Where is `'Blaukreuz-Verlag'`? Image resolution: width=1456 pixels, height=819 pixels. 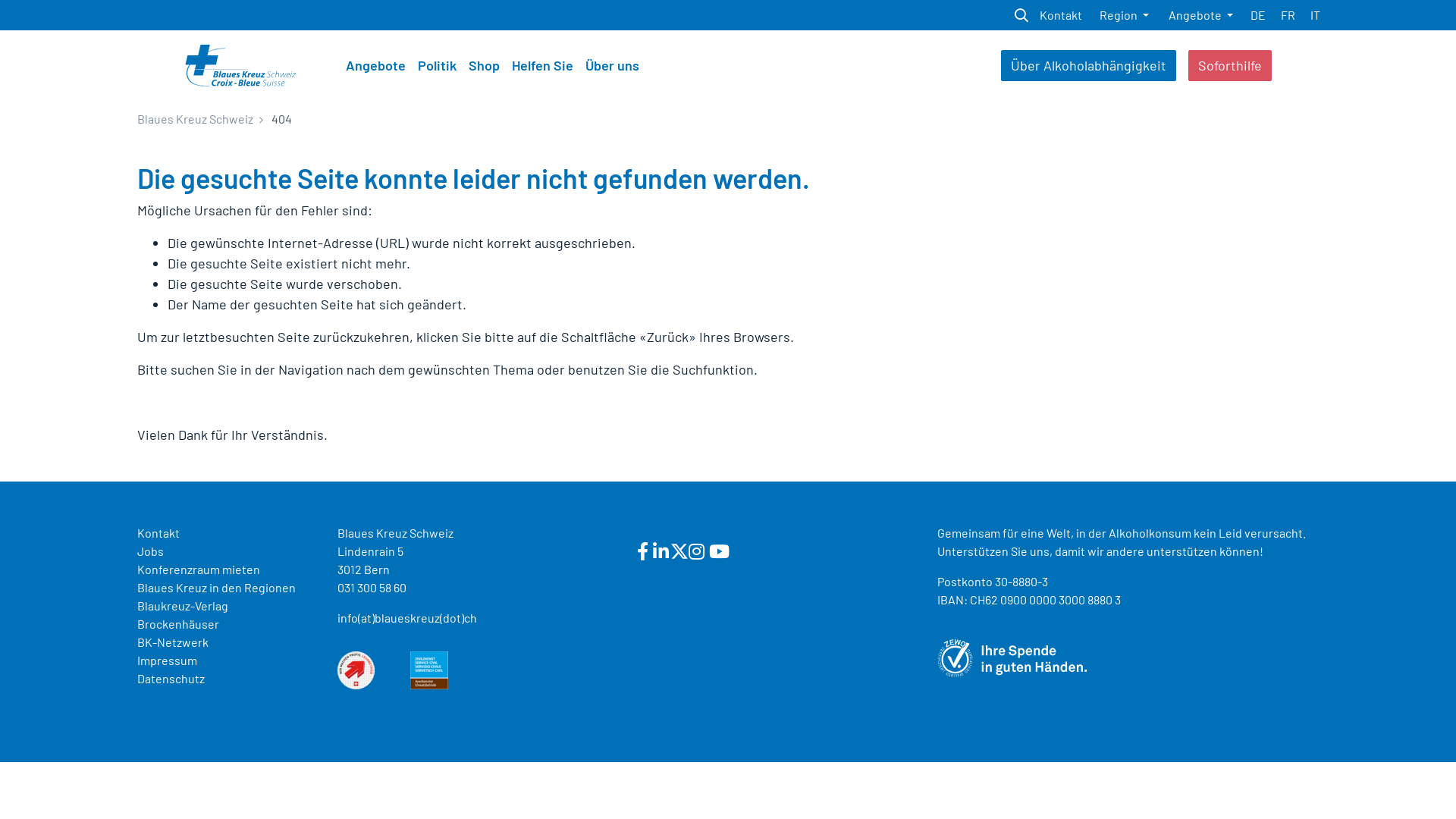
'Blaukreuz-Verlag' is located at coordinates (182, 604).